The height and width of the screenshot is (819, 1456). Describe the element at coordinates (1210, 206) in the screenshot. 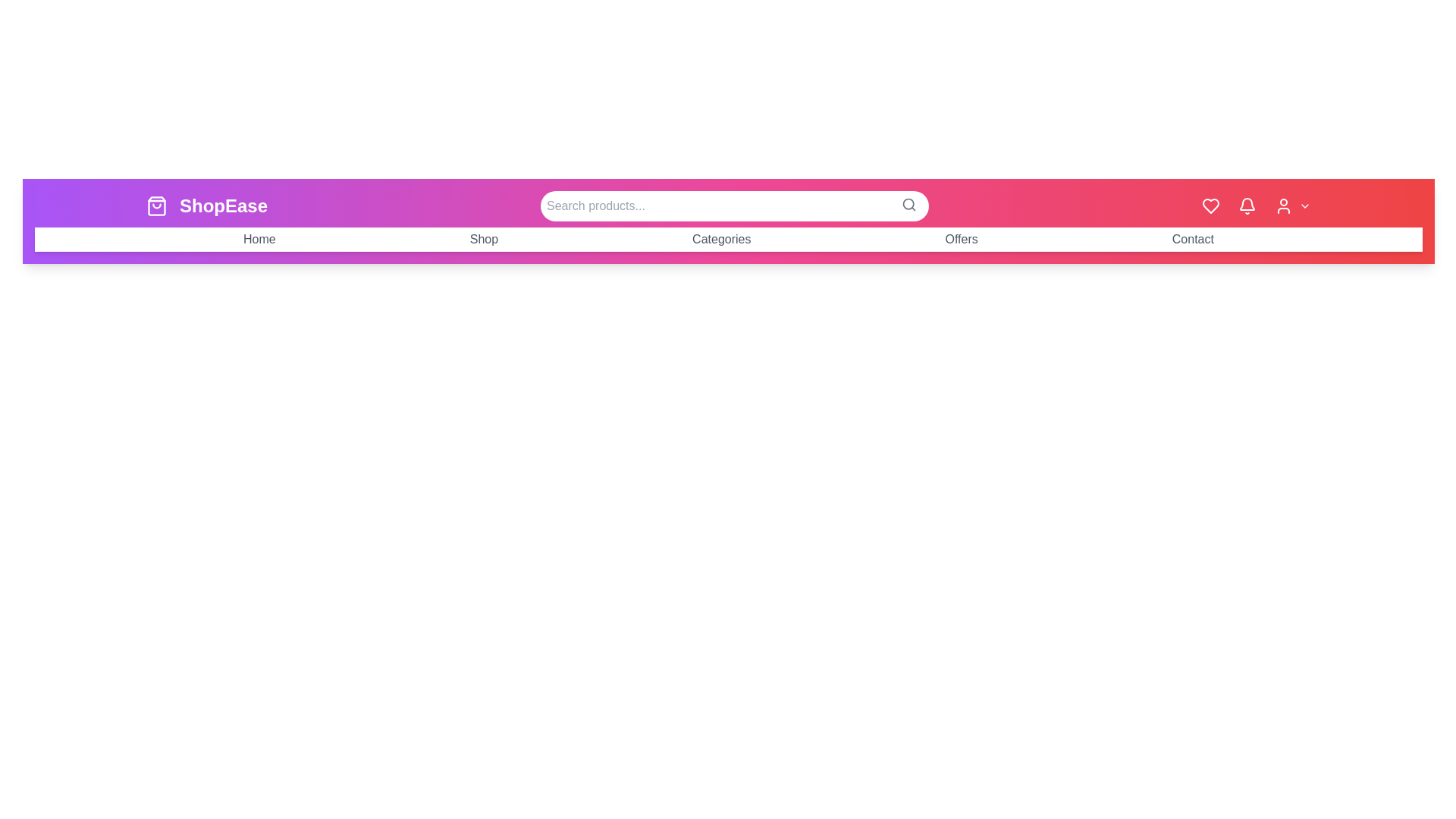

I see `the heart icon in the app bar` at that location.